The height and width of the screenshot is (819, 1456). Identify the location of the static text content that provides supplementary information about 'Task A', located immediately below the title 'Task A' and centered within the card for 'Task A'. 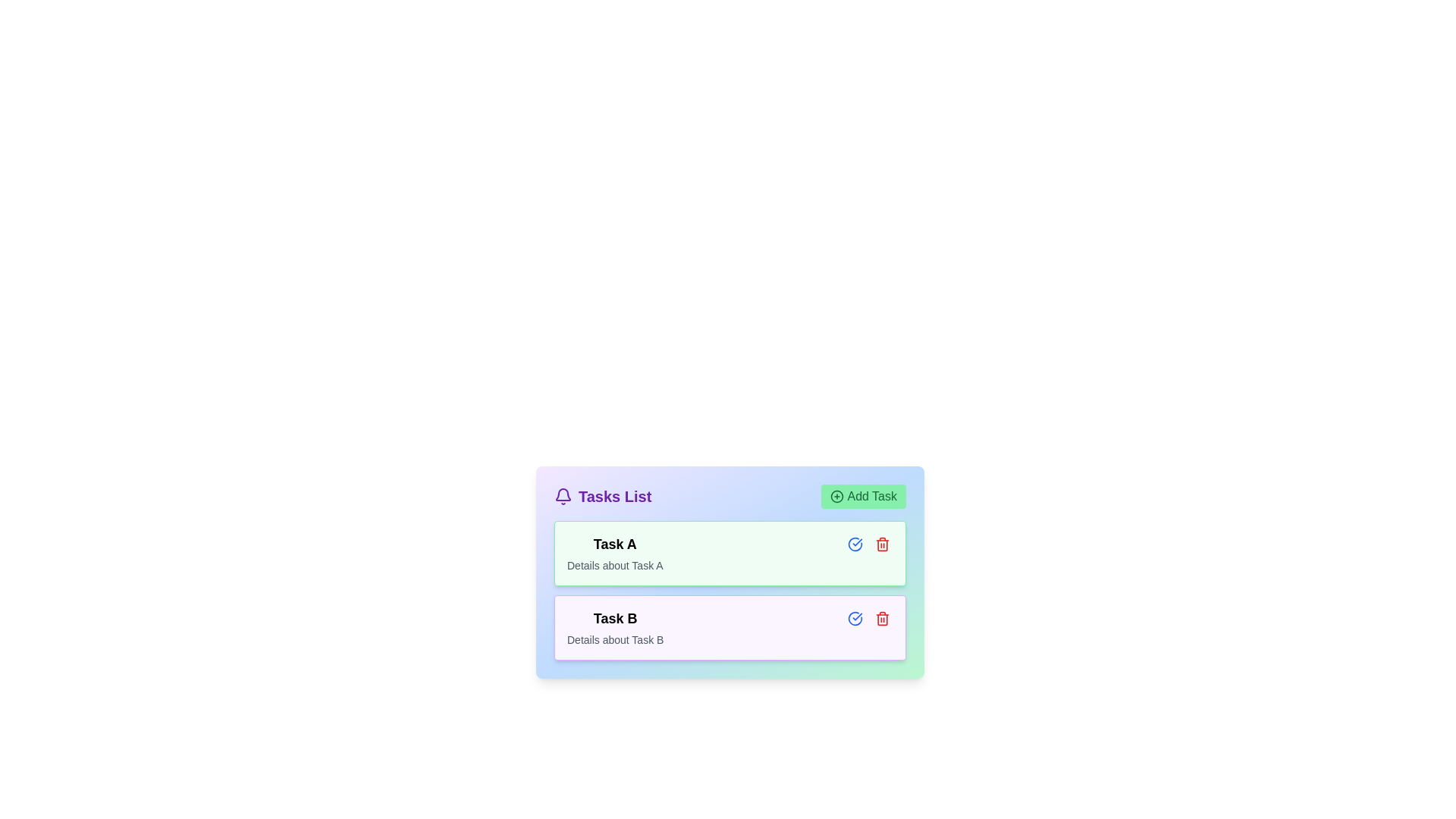
(615, 565).